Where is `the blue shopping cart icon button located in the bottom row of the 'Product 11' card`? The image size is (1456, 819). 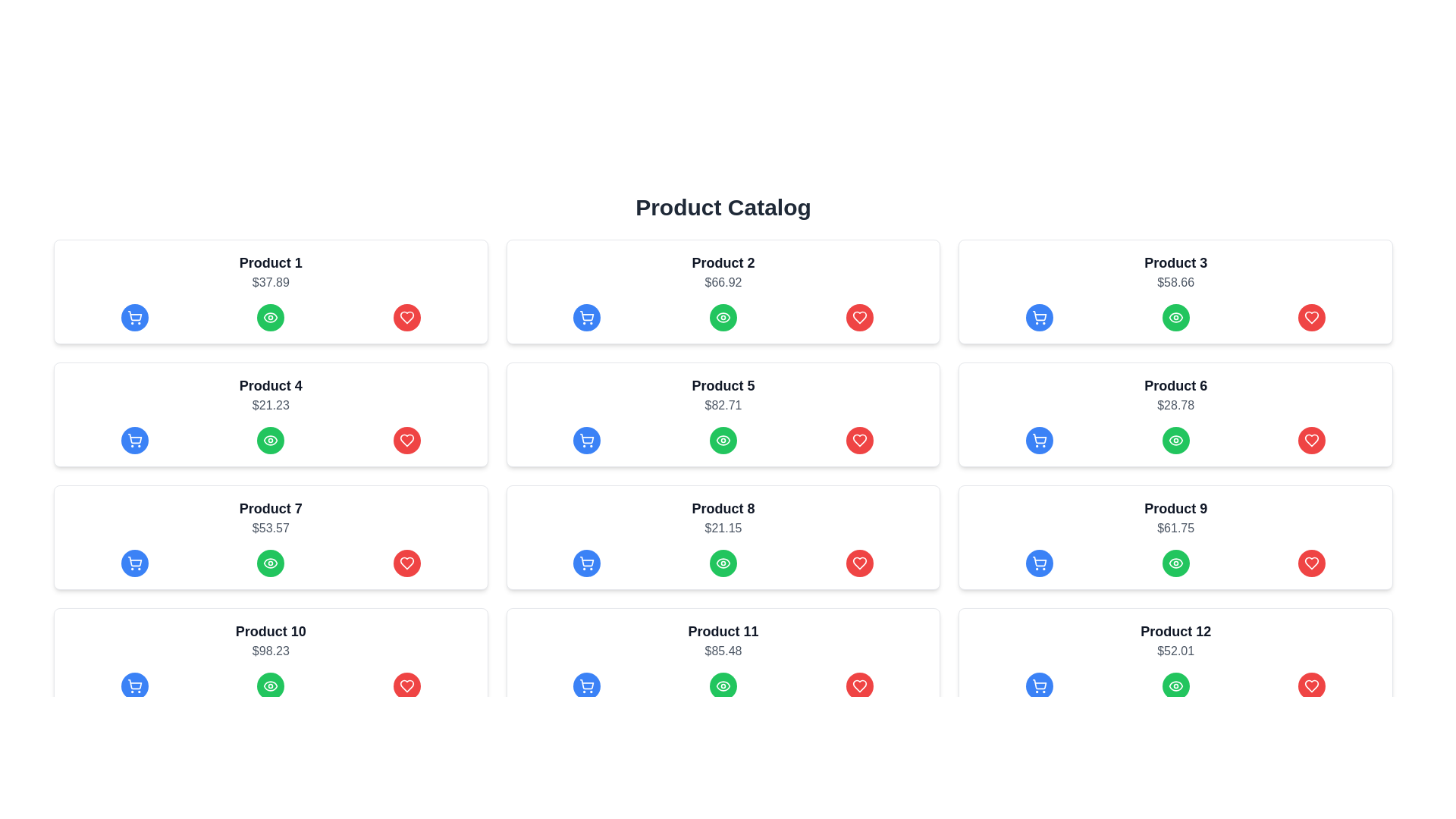 the blue shopping cart icon button located in the bottom row of the 'Product 11' card is located at coordinates (586, 684).